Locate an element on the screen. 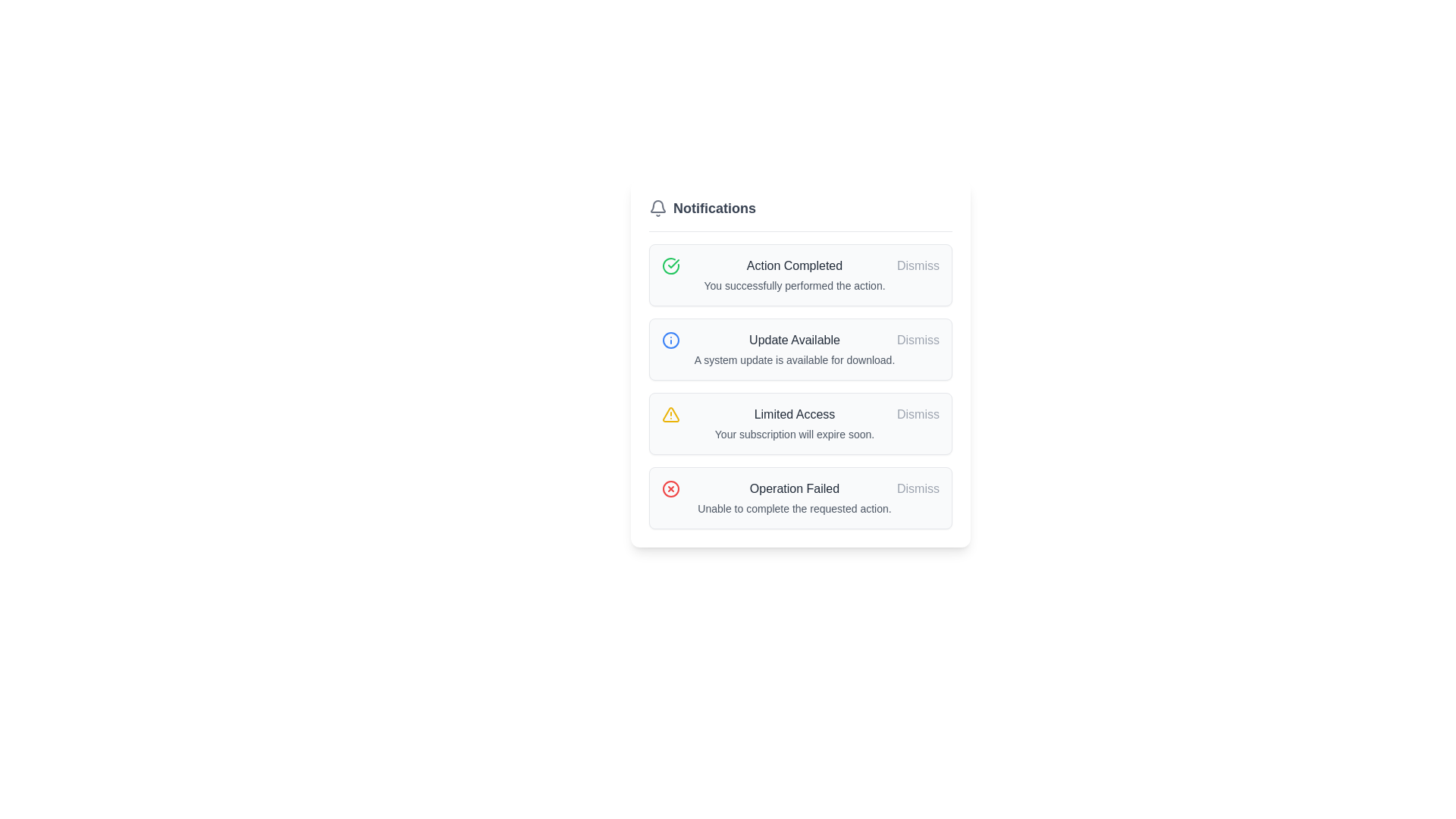 This screenshot has width=1456, height=819. the notification icon located in the top-left corner of the 'Notifications' section, which indicates the presence of alerts or updates is located at coordinates (658, 206).